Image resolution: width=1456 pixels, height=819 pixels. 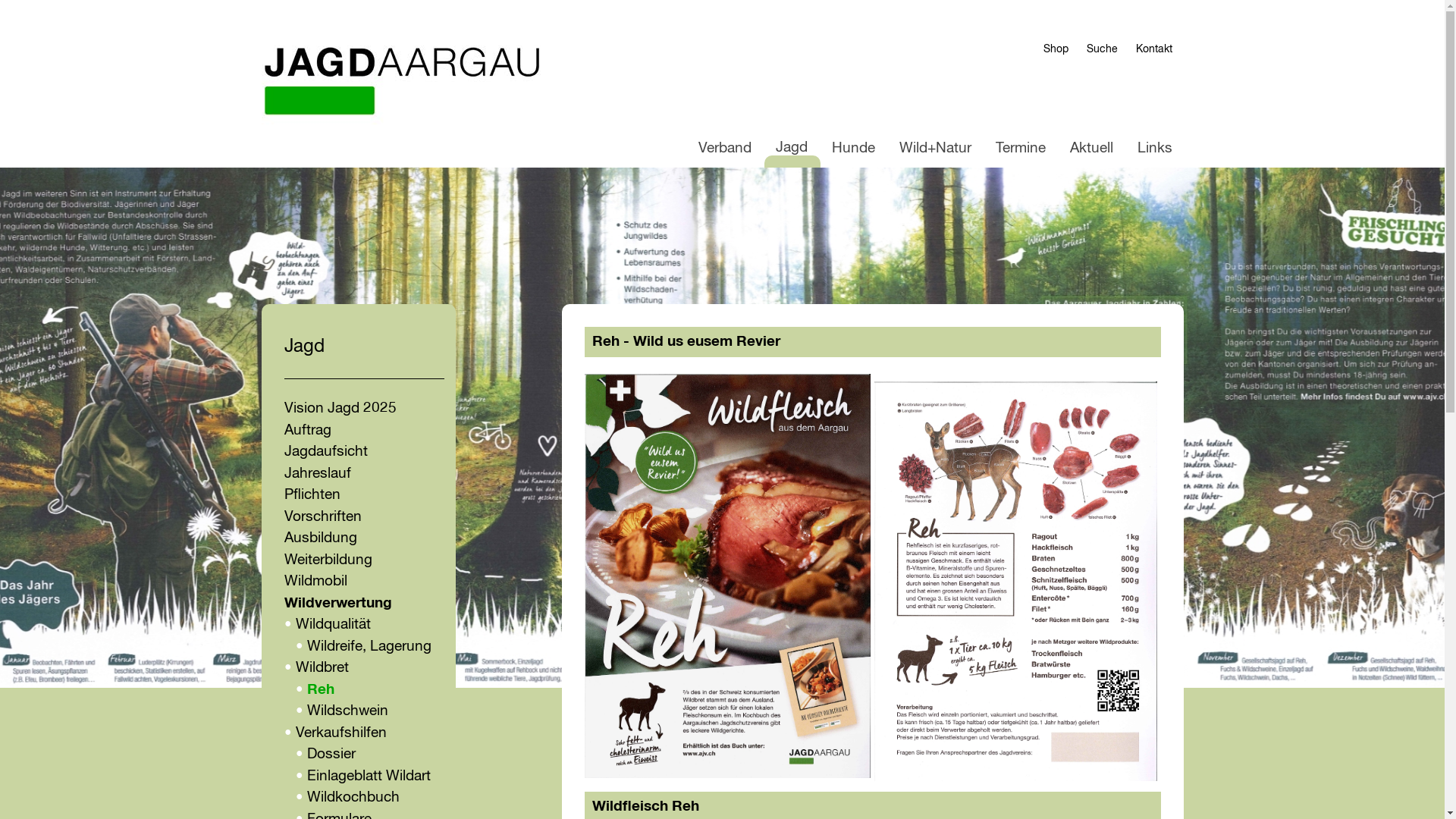 I want to click on 'Pflichten', so click(x=284, y=494).